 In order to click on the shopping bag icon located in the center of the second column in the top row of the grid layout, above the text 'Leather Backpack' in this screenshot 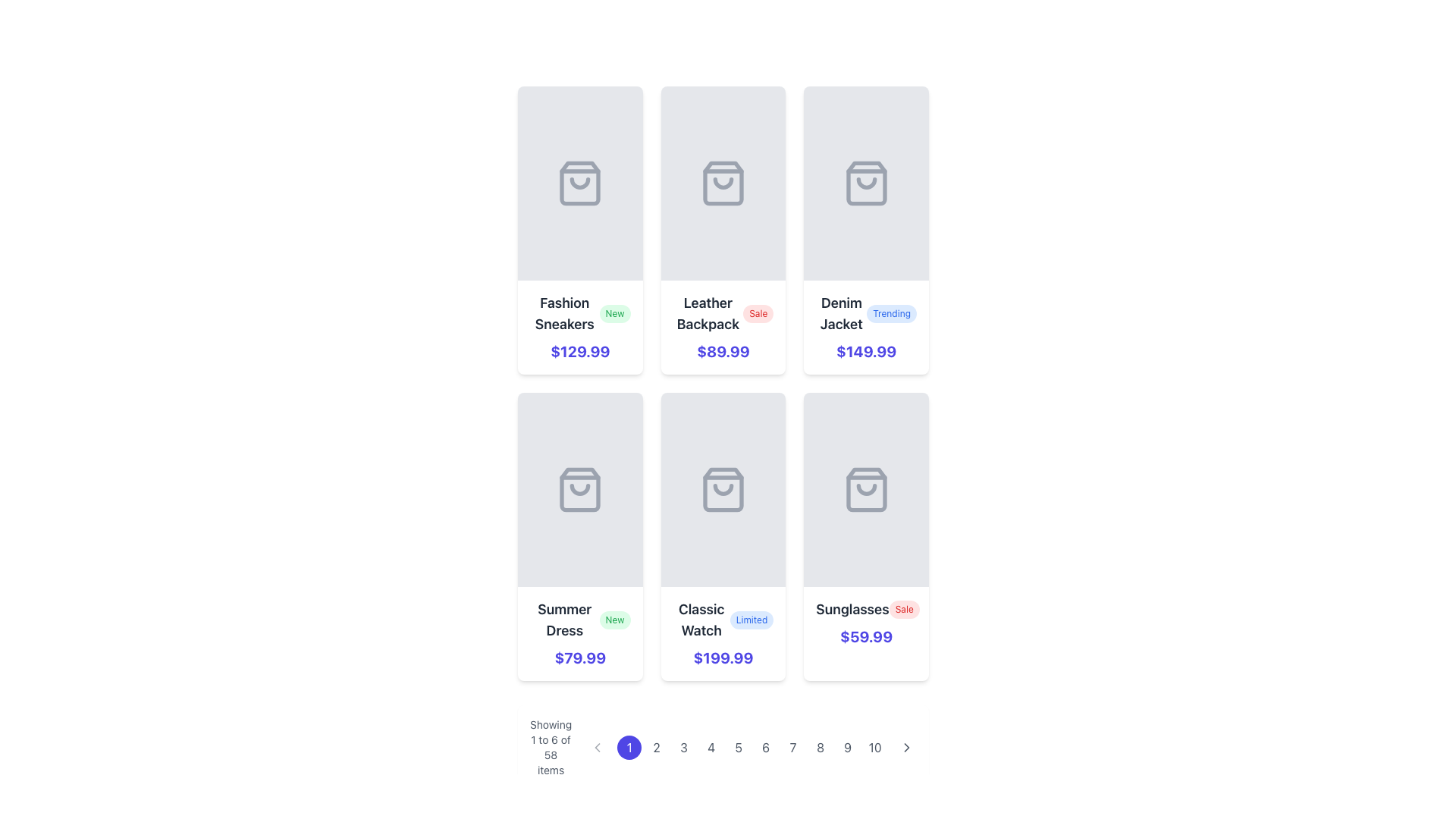, I will do `click(723, 183)`.